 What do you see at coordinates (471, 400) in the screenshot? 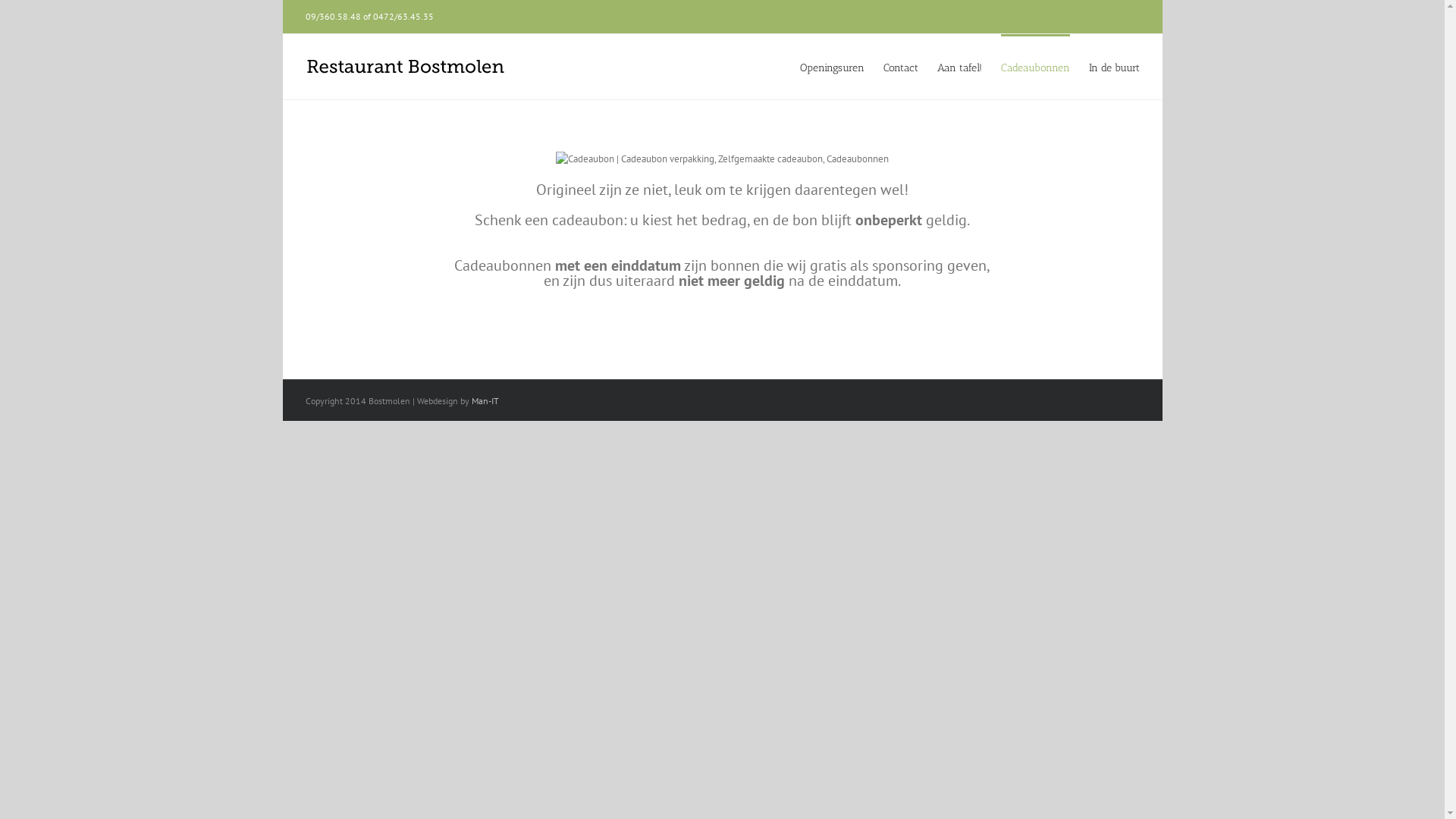
I see `'Man-IT'` at bounding box center [471, 400].